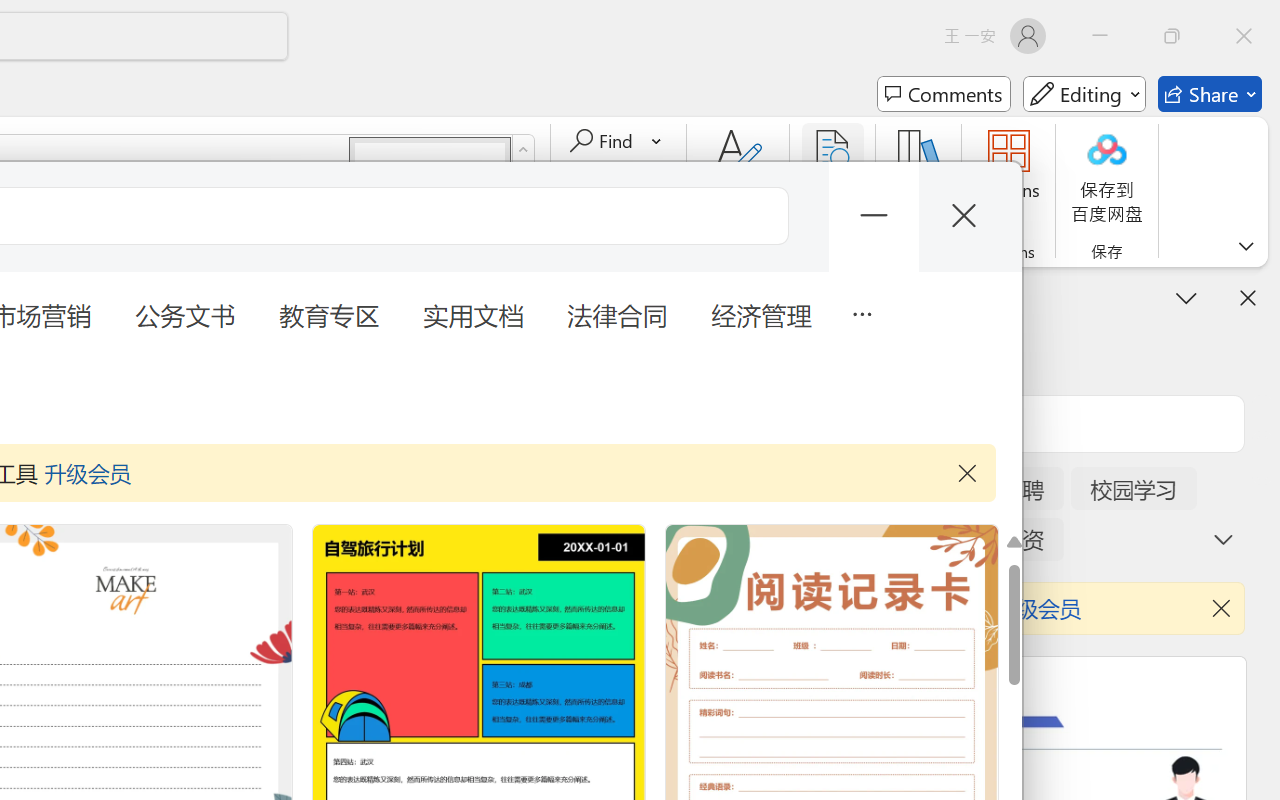 The width and height of the screenshot is (1280, 800). I want to click on 'Comments', so click(943, 94).